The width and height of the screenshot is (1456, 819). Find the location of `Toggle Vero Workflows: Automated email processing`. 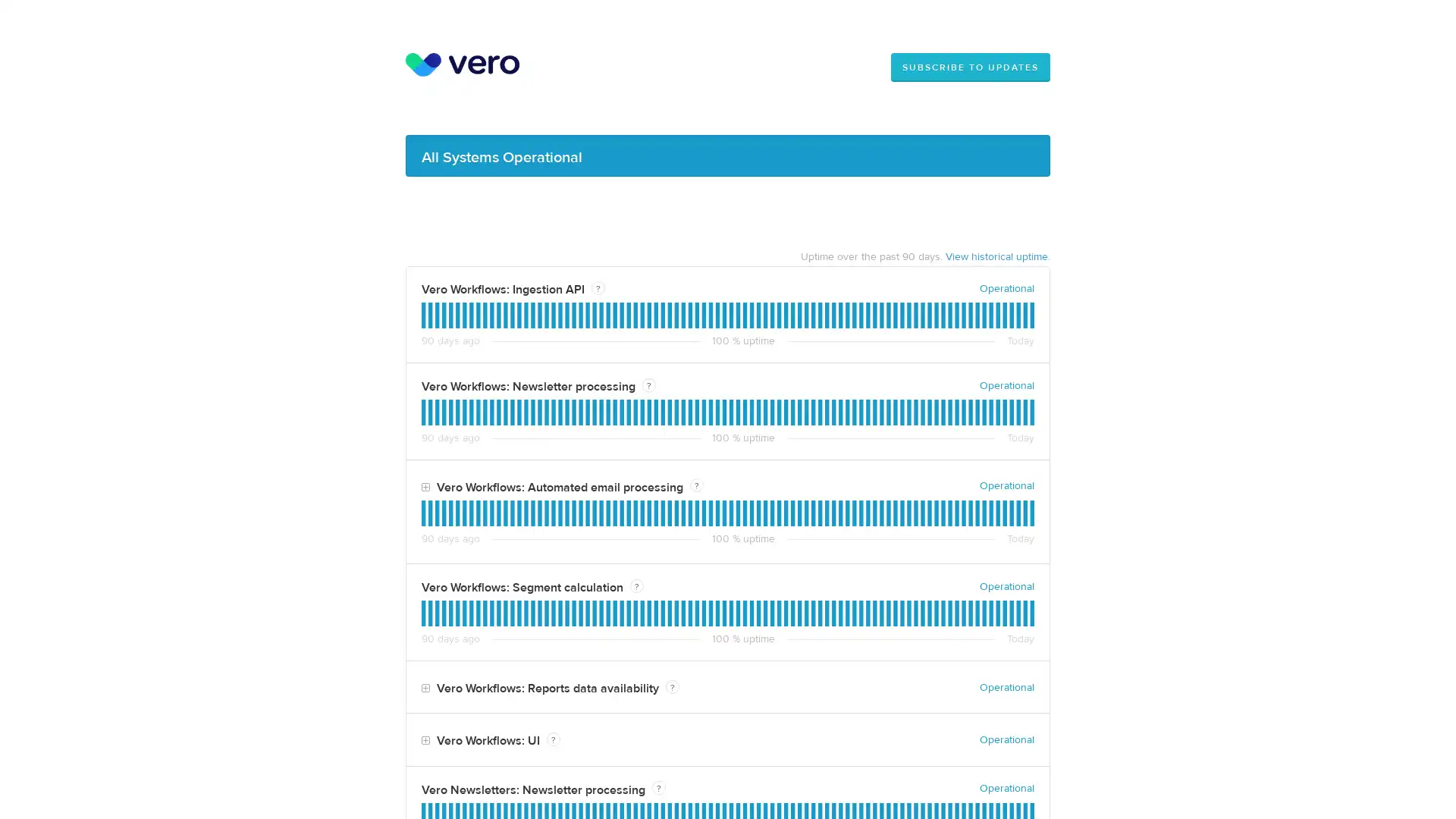

Toggle Vero Workflows: Automated email processing is located at coordinates (425, 487).